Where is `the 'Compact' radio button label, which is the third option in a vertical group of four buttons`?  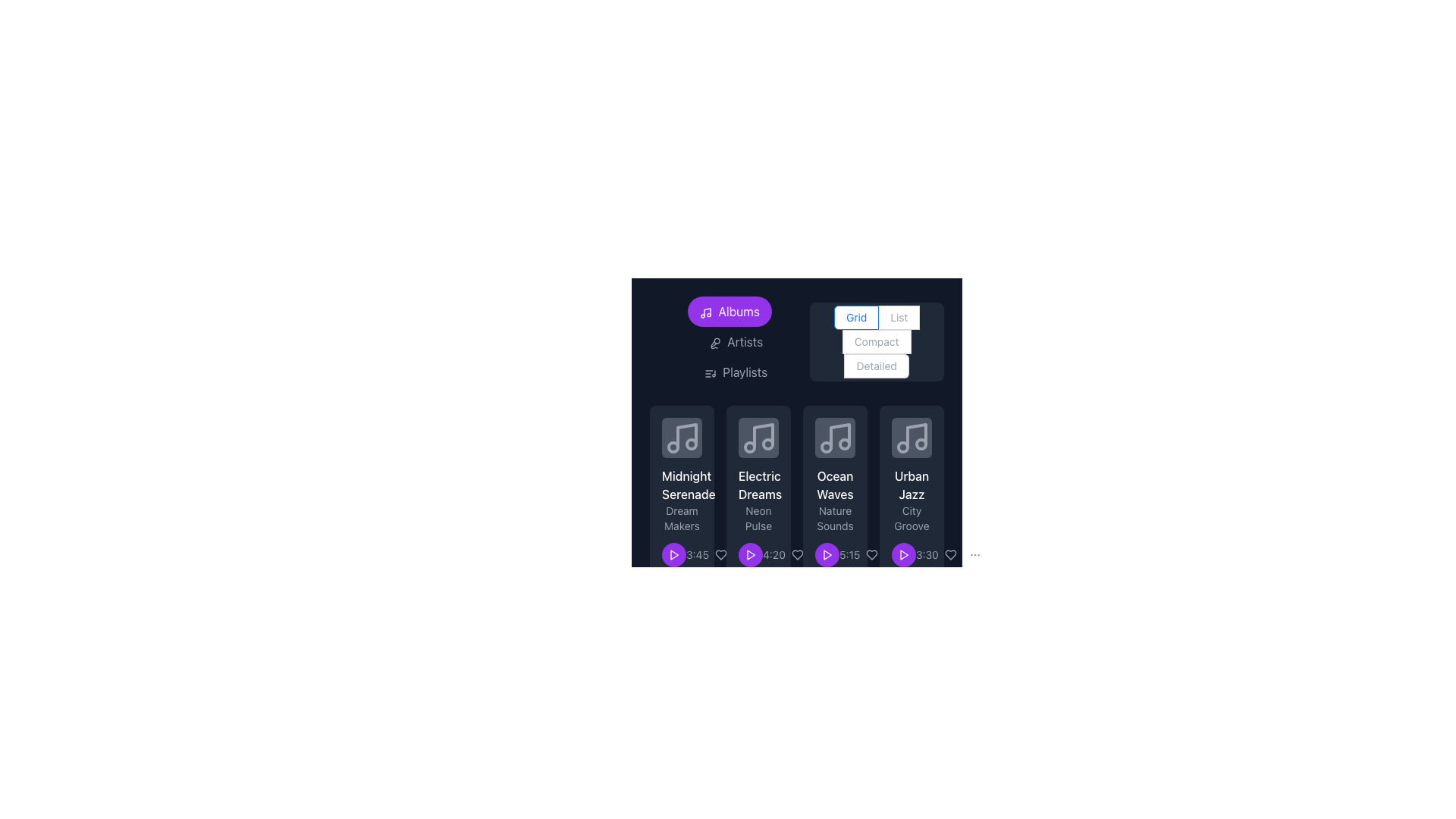 the 'Compact' radio button label, which is the third option in a vertical group of four buttons is located at coordinates (877, 342).